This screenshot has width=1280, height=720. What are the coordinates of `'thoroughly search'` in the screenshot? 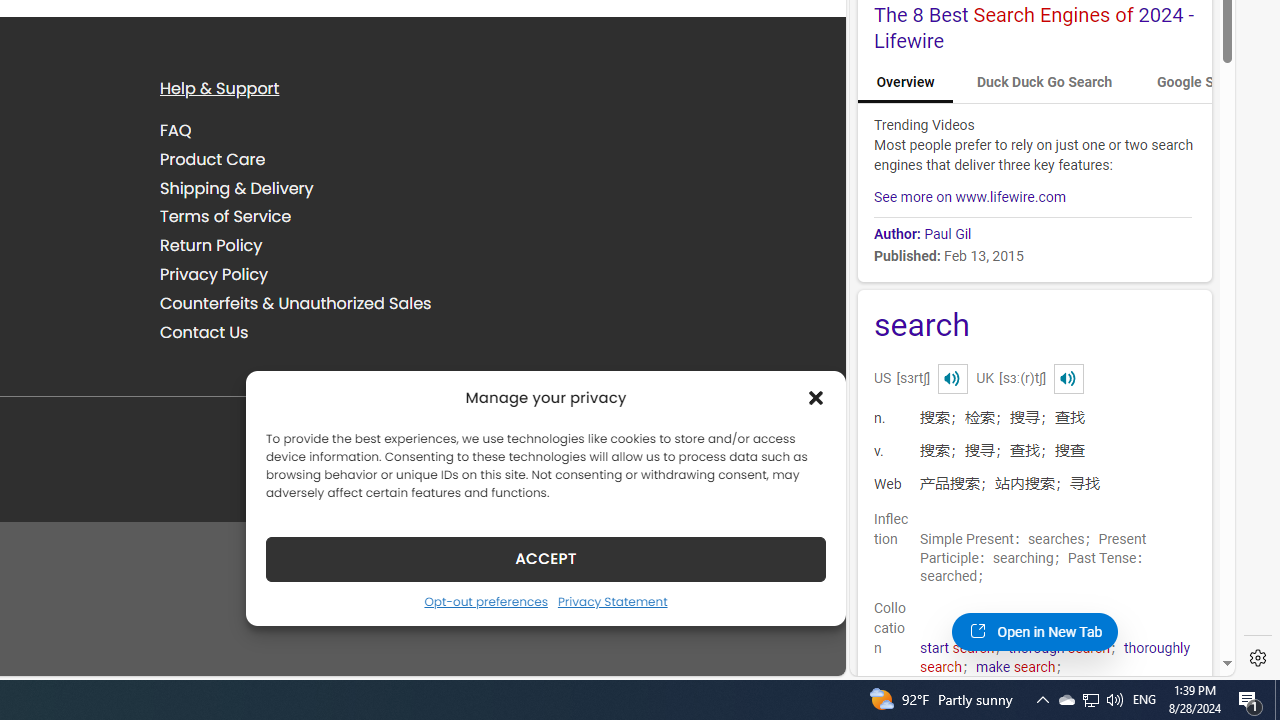 It's located at (1054, 658).